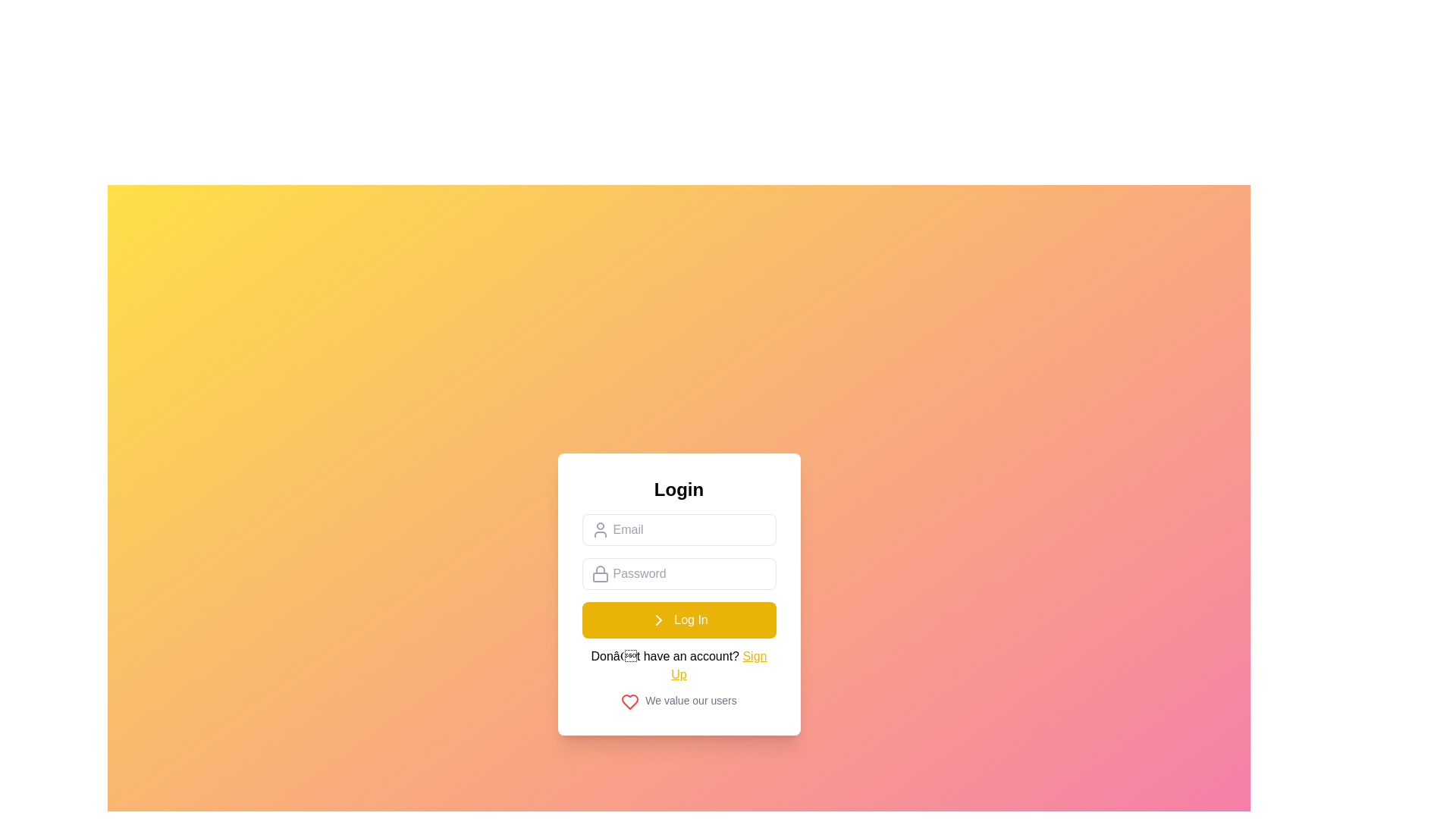 The height and width of the screenshot is (819, 1456). Describe the element at coordinates (718, 664) in the screenshot. I see `the 'Sign Up' hyperlink text, which is styled with a yellow font color and underlined, located below the 'Log In' button in the login form interface` at that location.